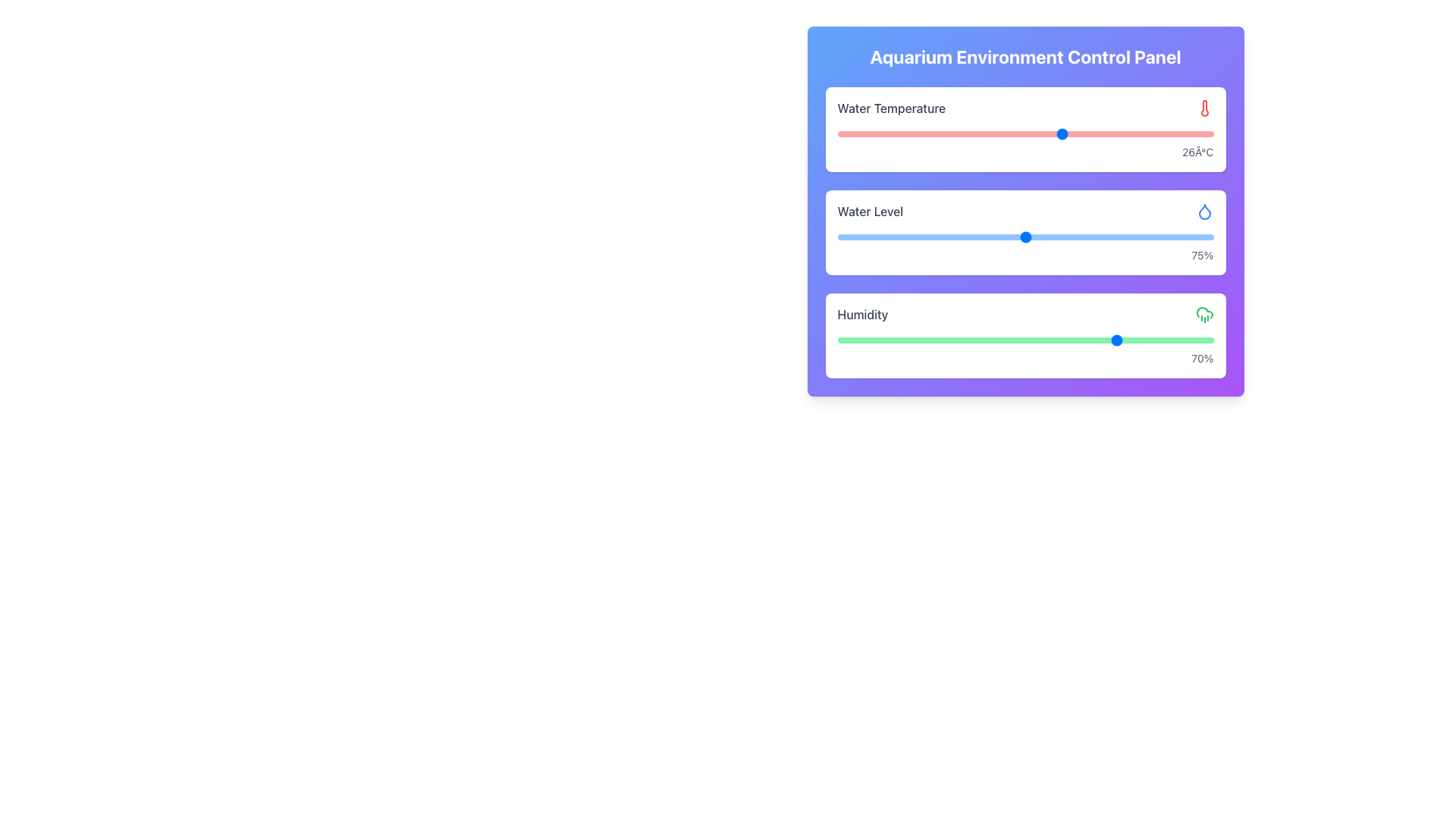 This screenshot has height=819, width=1456. I want to click on the humidity, so click(987, 339).